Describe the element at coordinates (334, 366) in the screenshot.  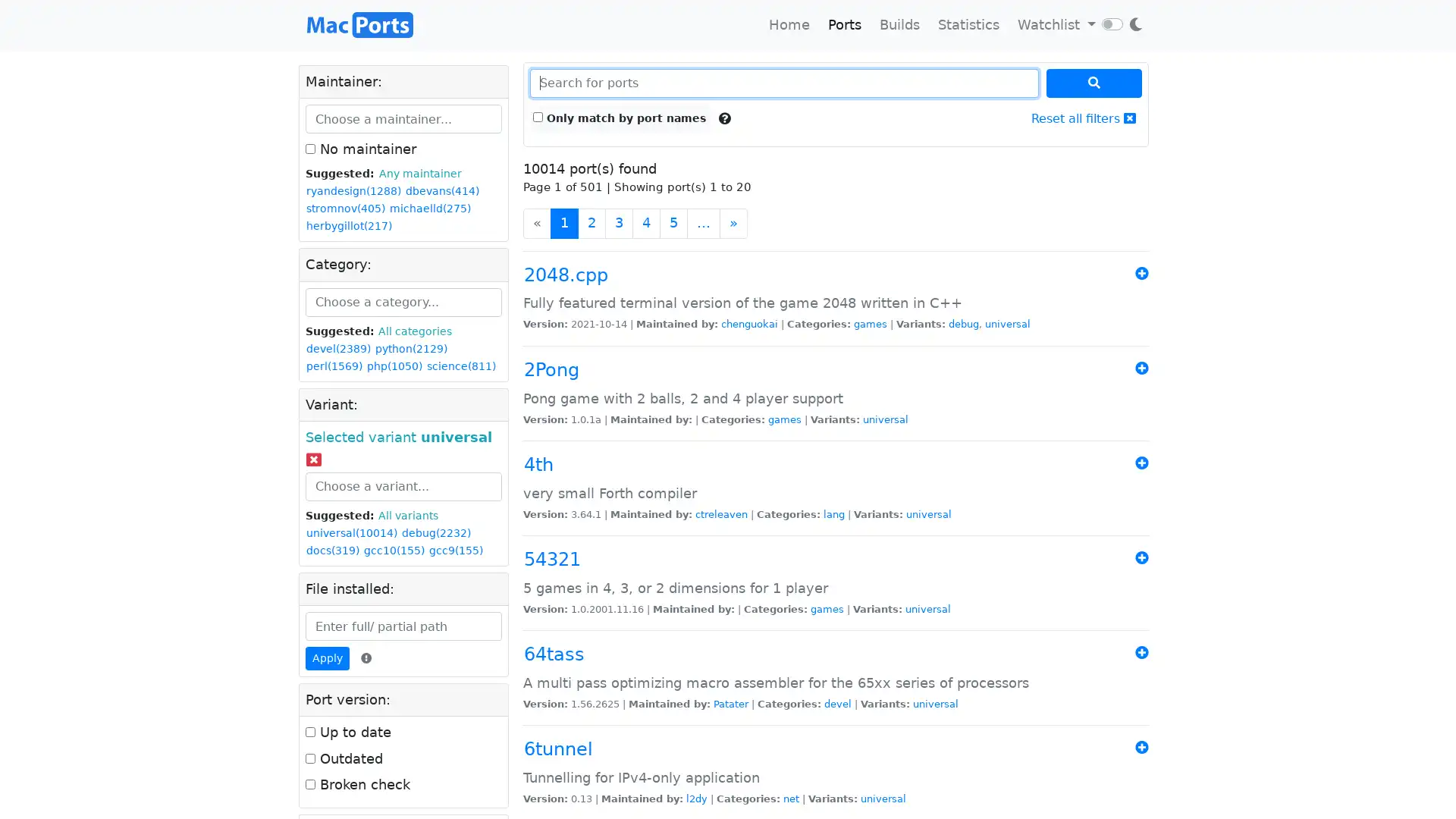
I see `perl(1569)` at that location.